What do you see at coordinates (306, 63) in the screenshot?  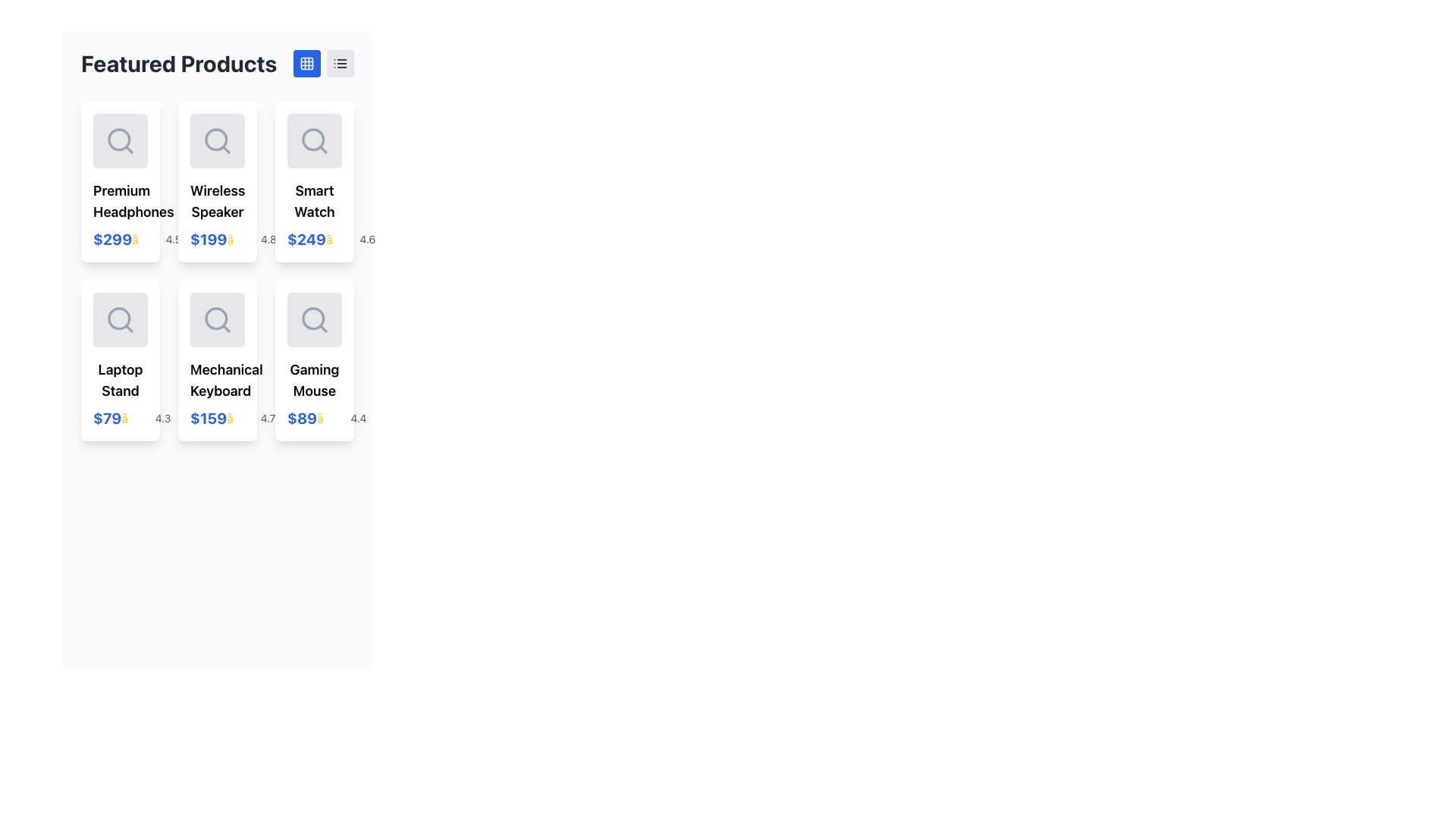 I see `the toggle button for the grid view under 'Featured Products'` at bounding box center [306, 63].